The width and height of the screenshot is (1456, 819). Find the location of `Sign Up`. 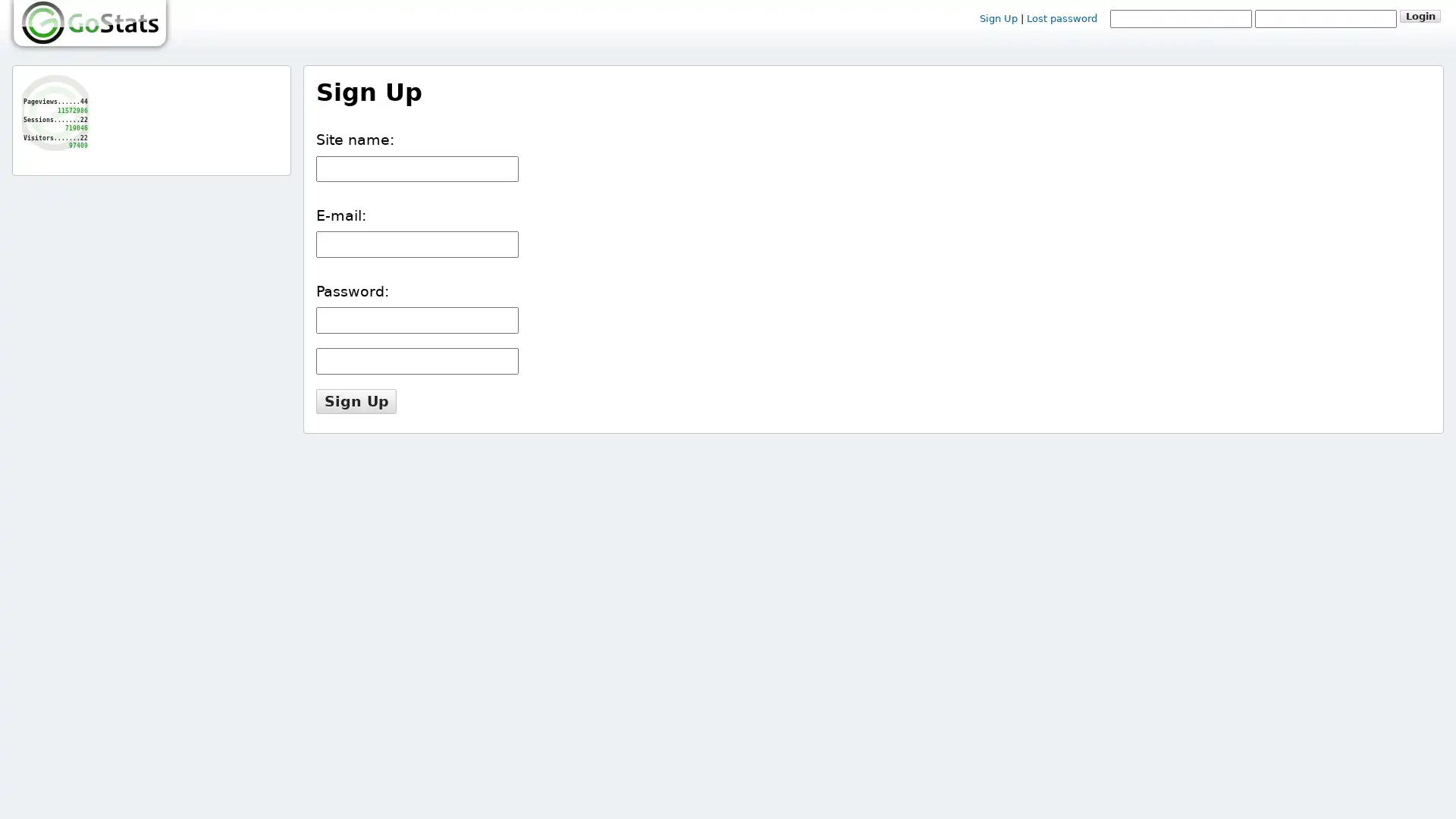

Sign Up is located at coordinates (356, 400).